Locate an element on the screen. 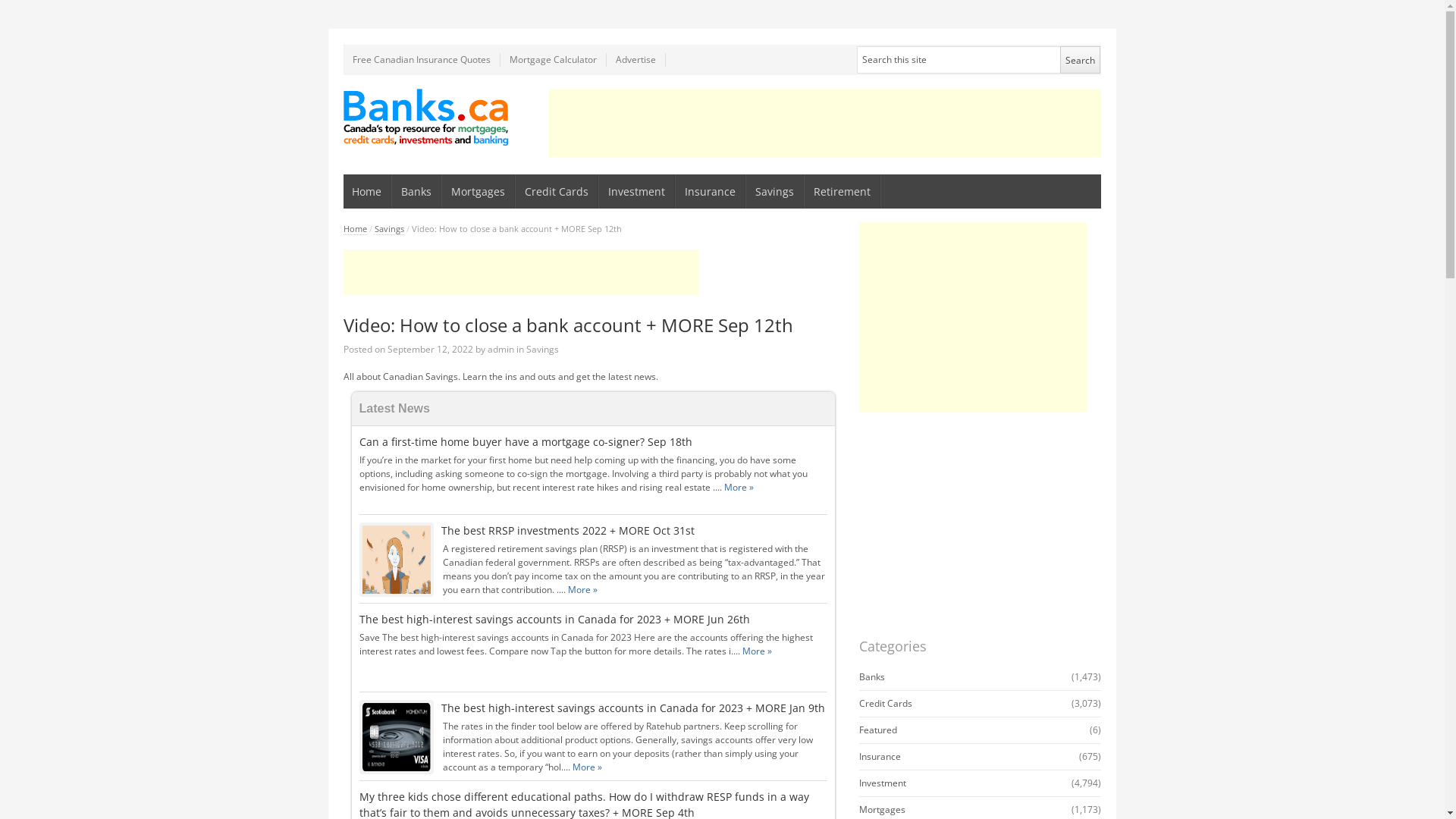 The image size is (1456, 819). 'Free Canadian Insurance Quotes' is located at coordinates (341, 58).